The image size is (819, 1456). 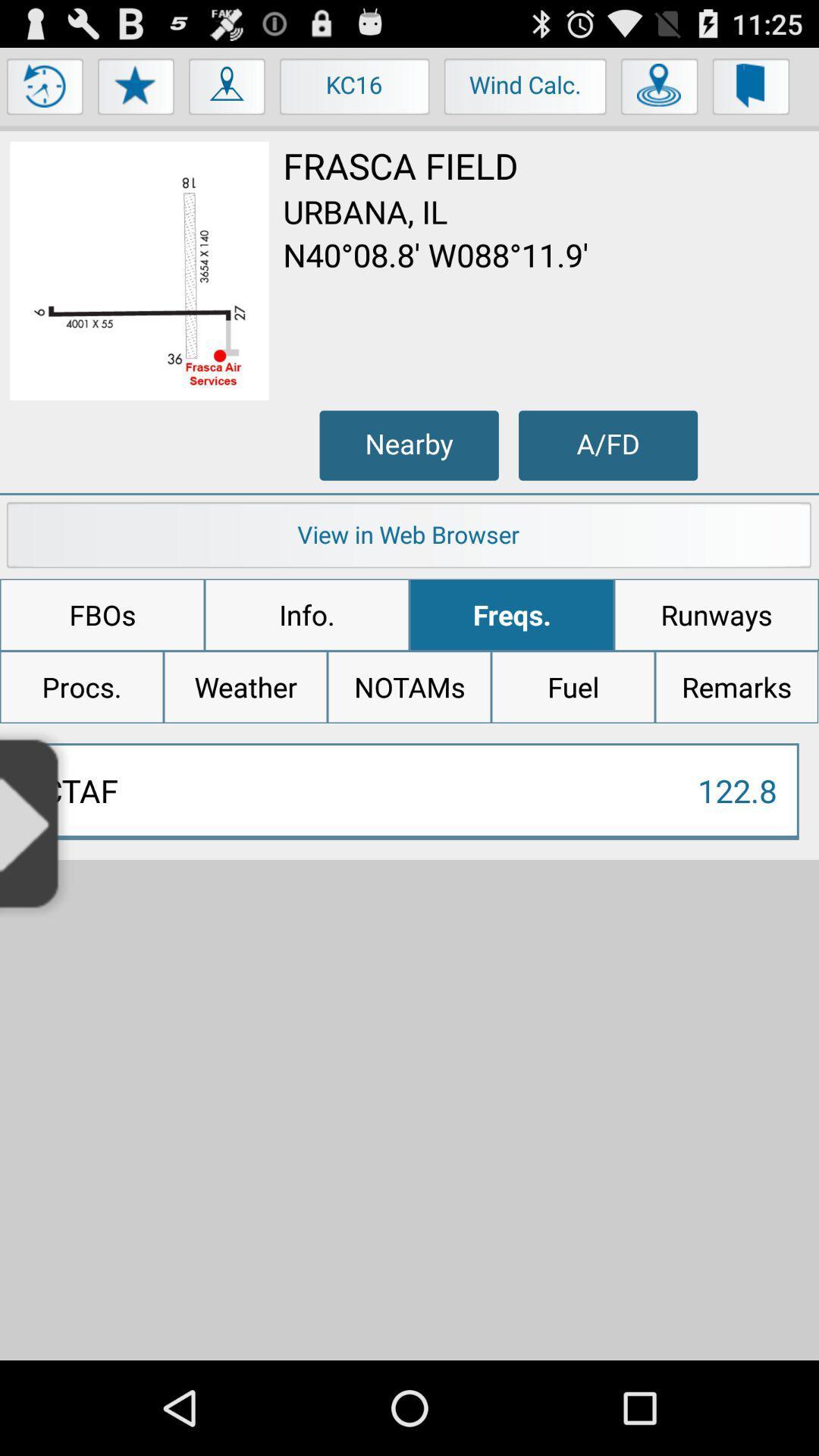 I want to click on people, so click(x=227, y=89).